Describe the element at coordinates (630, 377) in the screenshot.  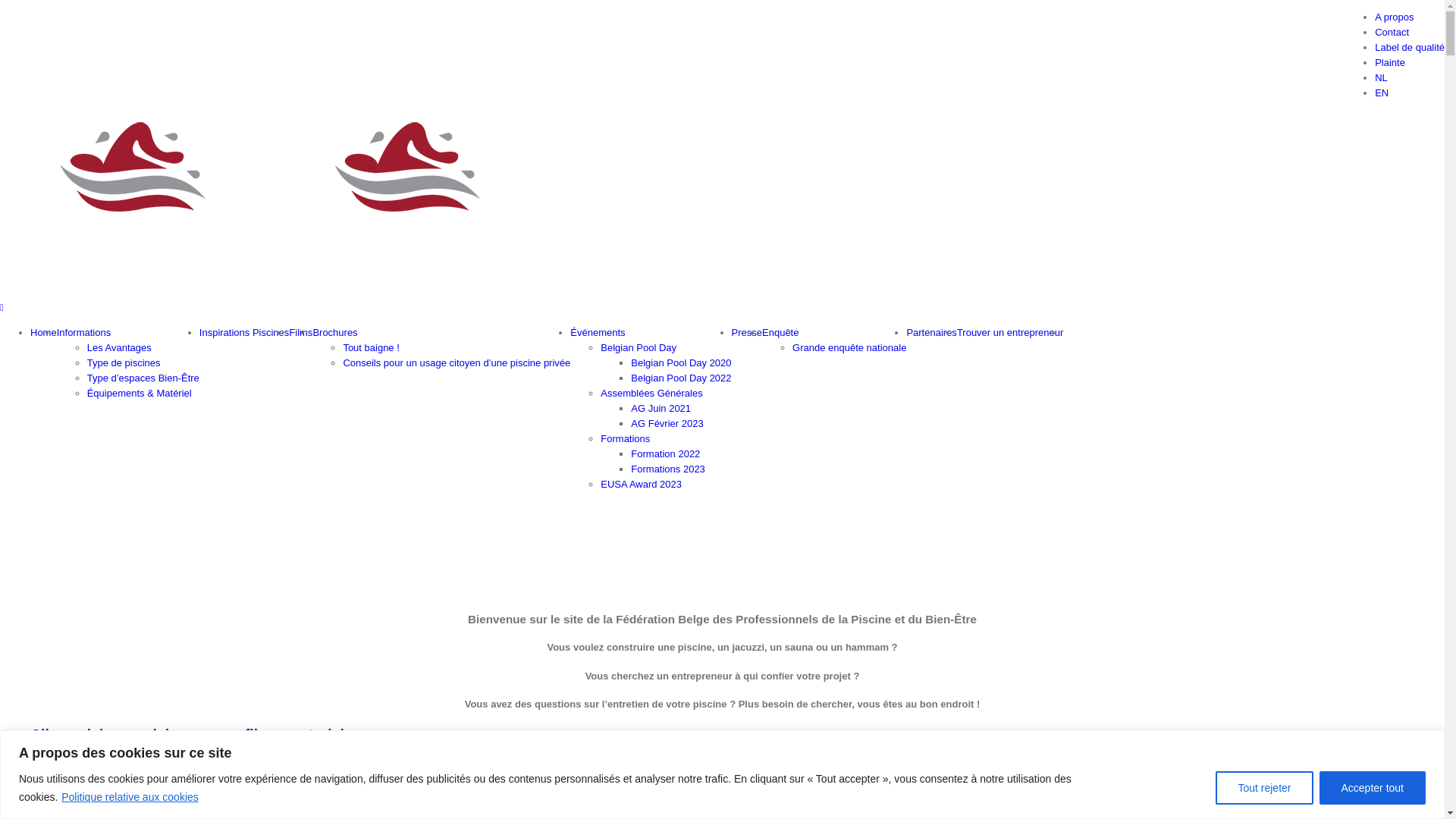
I see `'Belgian Pool Day 2022'` at that location.